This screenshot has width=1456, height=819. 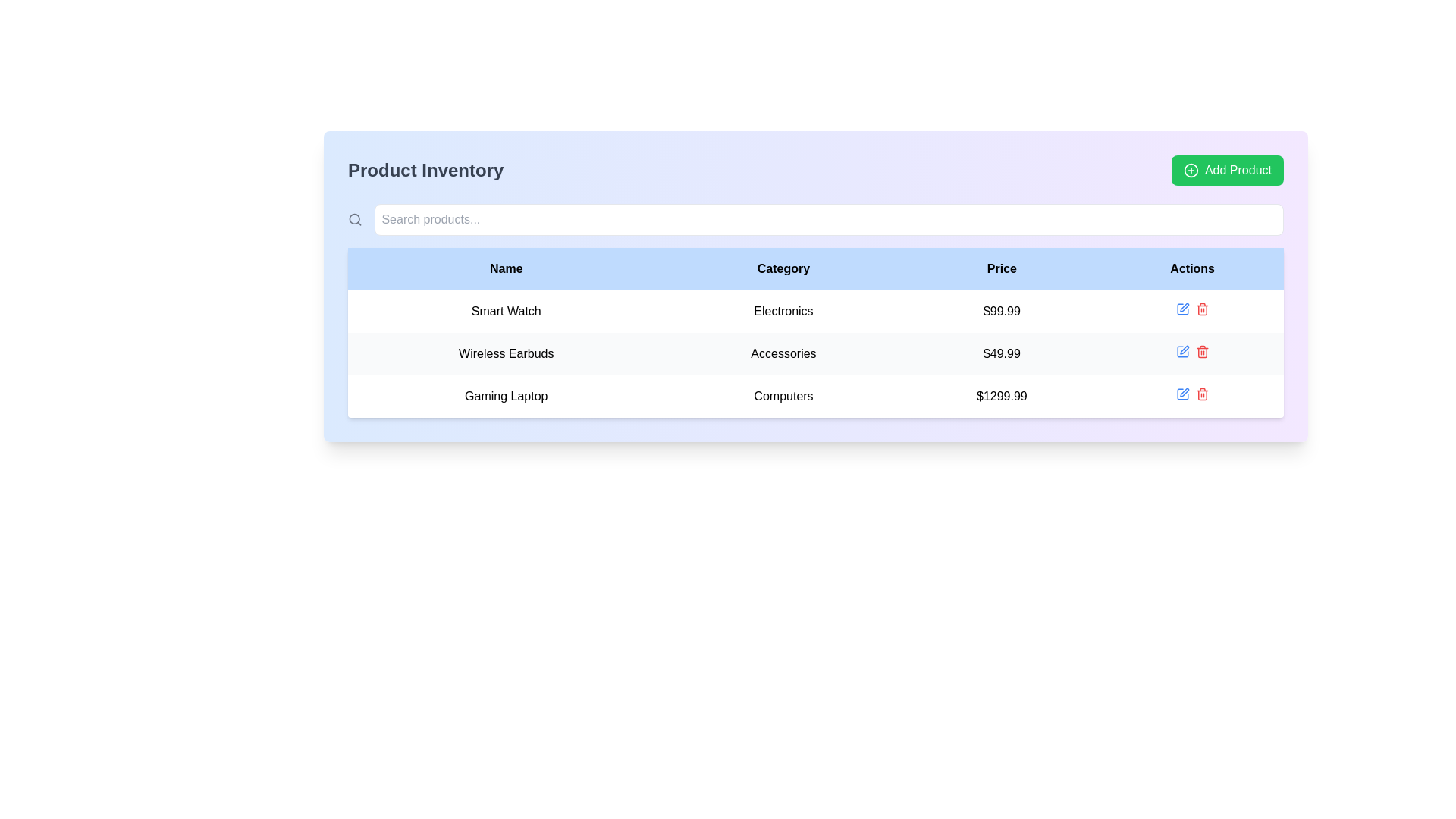 What do you see at coordinates (506, 353) in the screenshot?
I see `text label that identifies the product in the second row under the 'Name' column of the table` at bounding box center [506, 353].